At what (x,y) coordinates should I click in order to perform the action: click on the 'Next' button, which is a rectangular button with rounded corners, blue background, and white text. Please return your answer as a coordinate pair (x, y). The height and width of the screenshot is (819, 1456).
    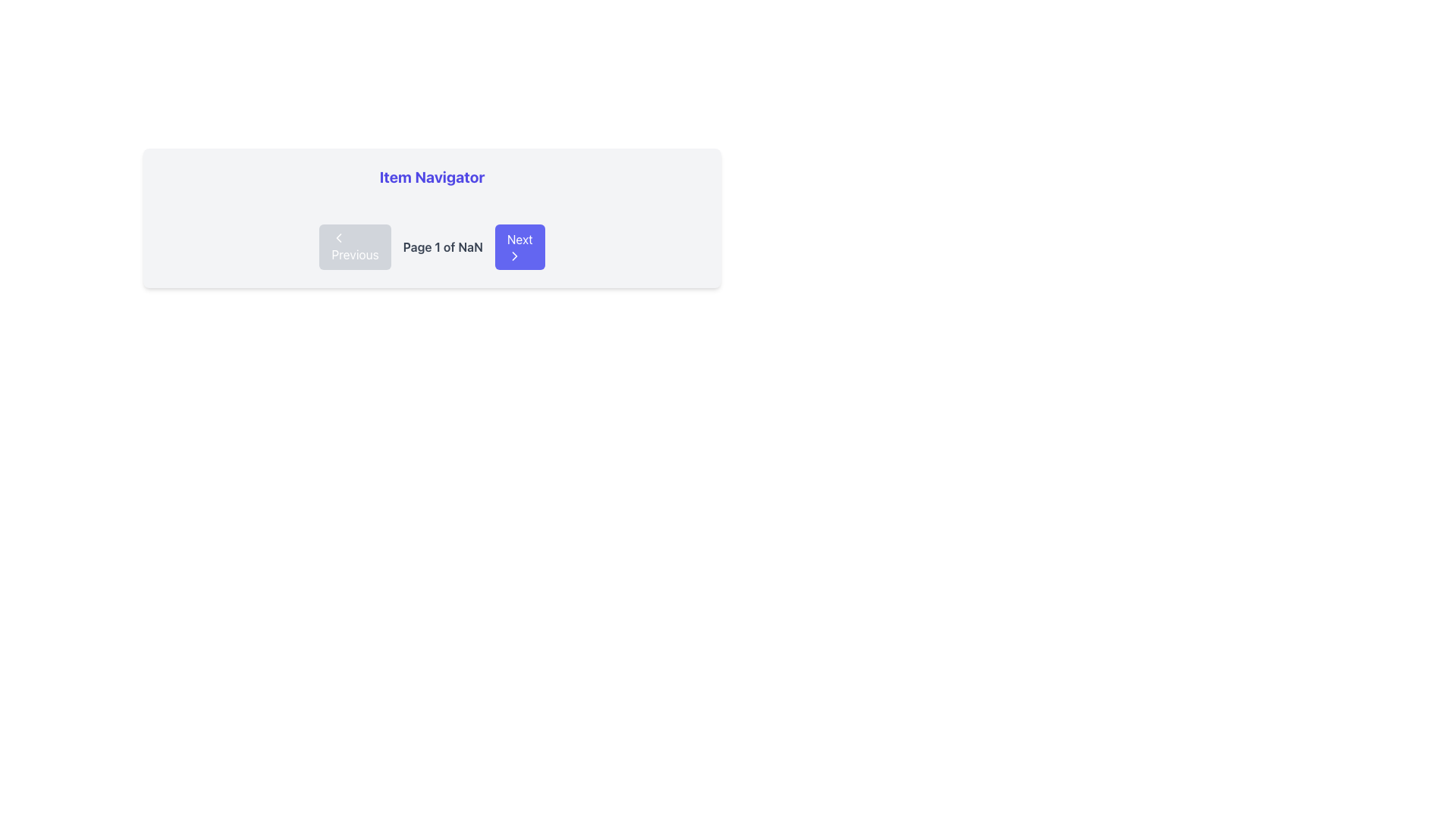
    Looking at the image, I should click on (519, 246).